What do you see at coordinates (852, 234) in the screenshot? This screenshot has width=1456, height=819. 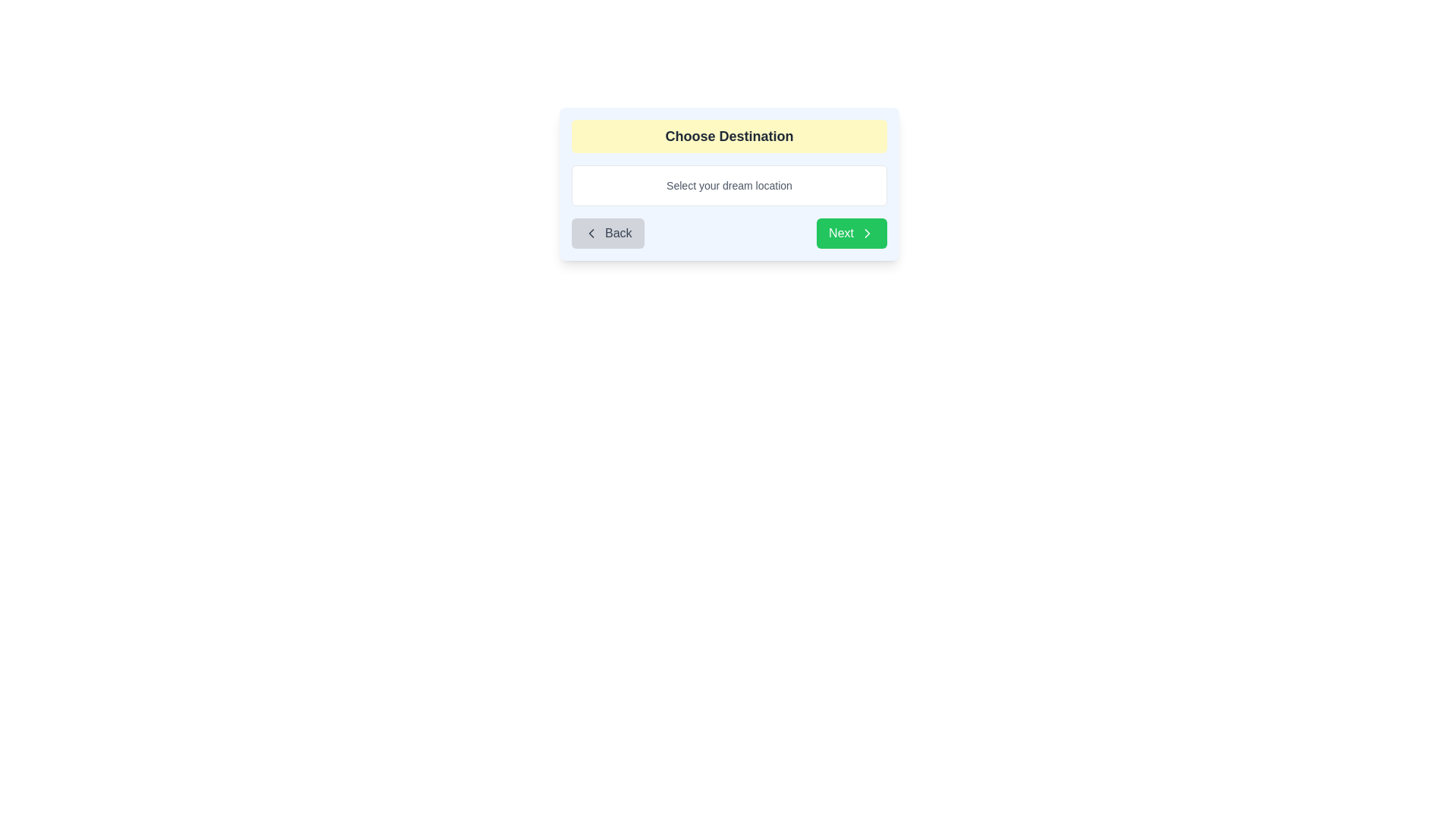 I see `the navigation button located in the bottom-right area of the 'Choose Destination' panel to observe its hover effects` at bounding box center [852, 234].